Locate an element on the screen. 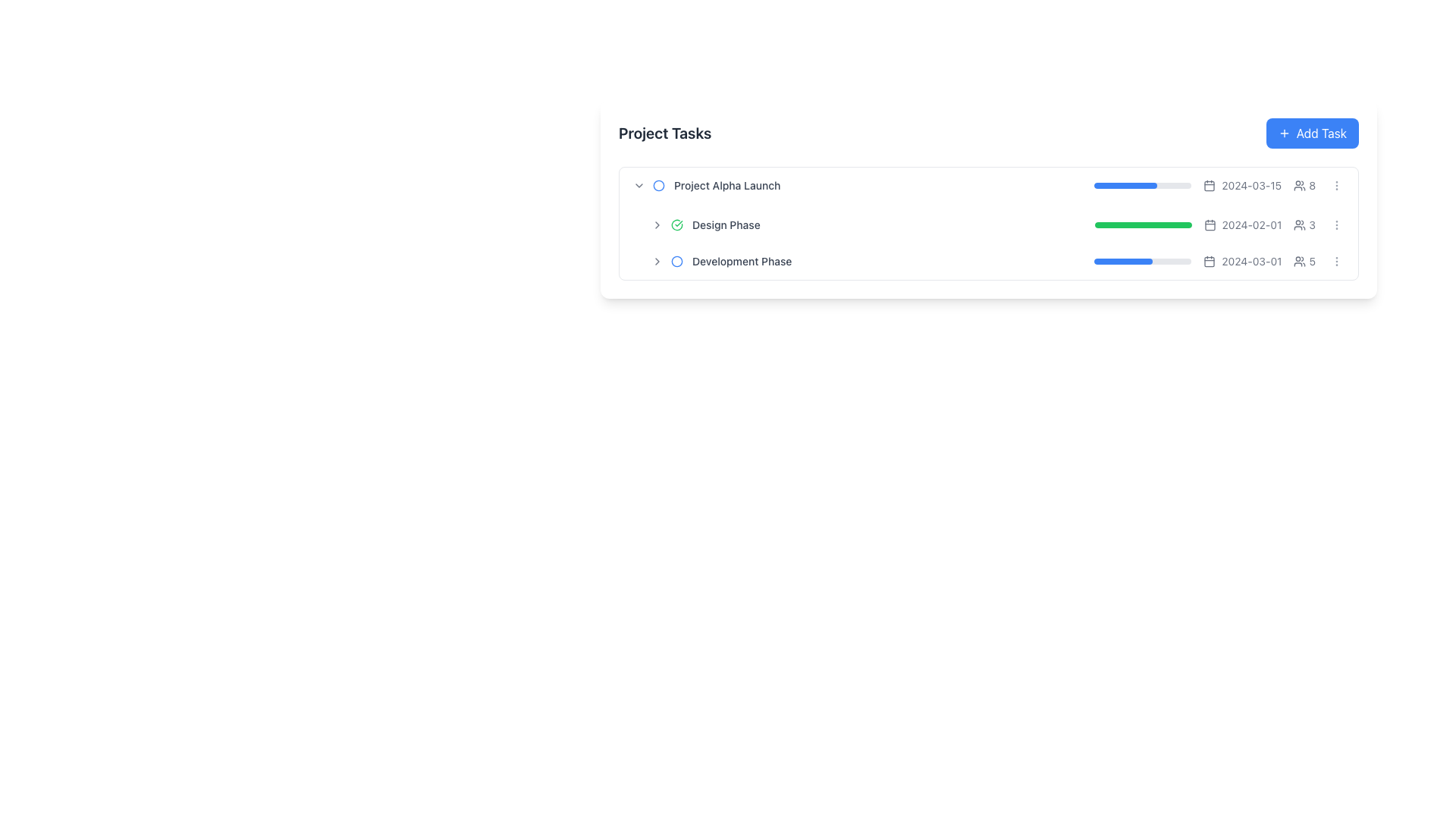  the informational text element that indicates the number of users associated with the task is located at coordinates (1304, 185).